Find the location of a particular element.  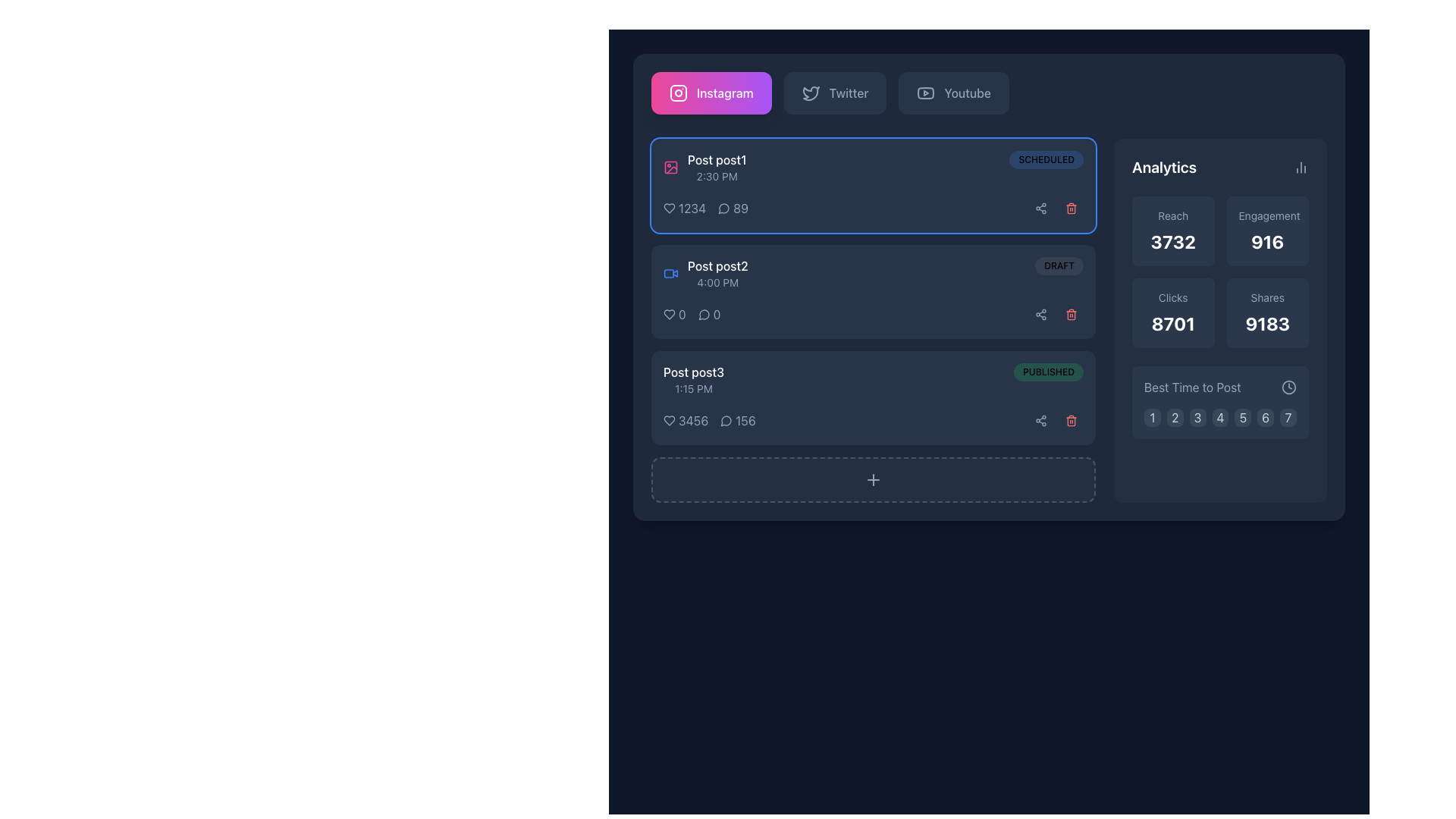

the circular share icon positioned in the bottom row of action buttons adjacent to 'Post post3 - 1:15 PM' is located at coordinates (1040, 421).